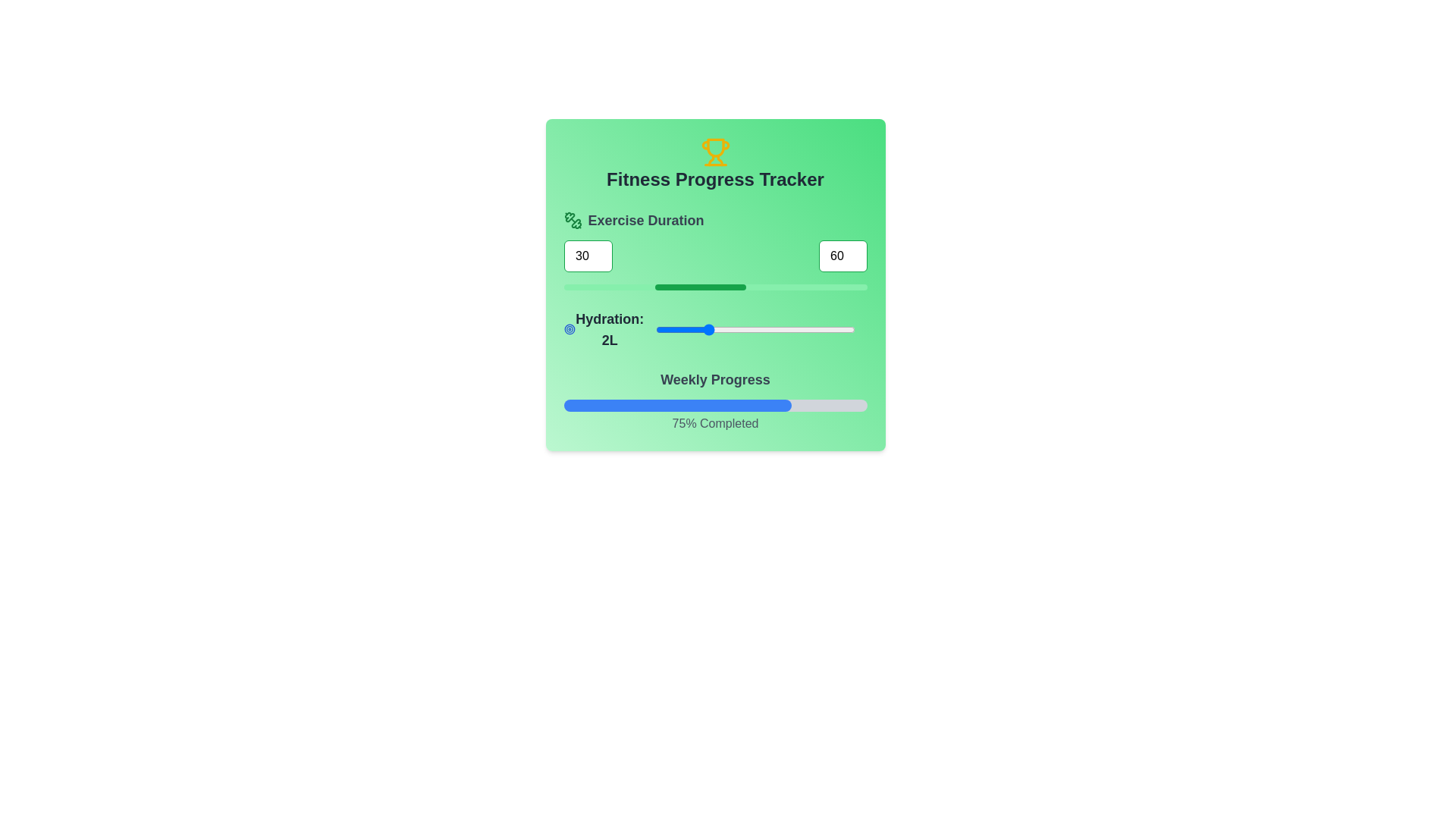  Describe the element at coordinates (587, 256) in the screenshot. I see `the Number input field styled with a green border and rounded corners, which contains the numeral value '30'` at that location.